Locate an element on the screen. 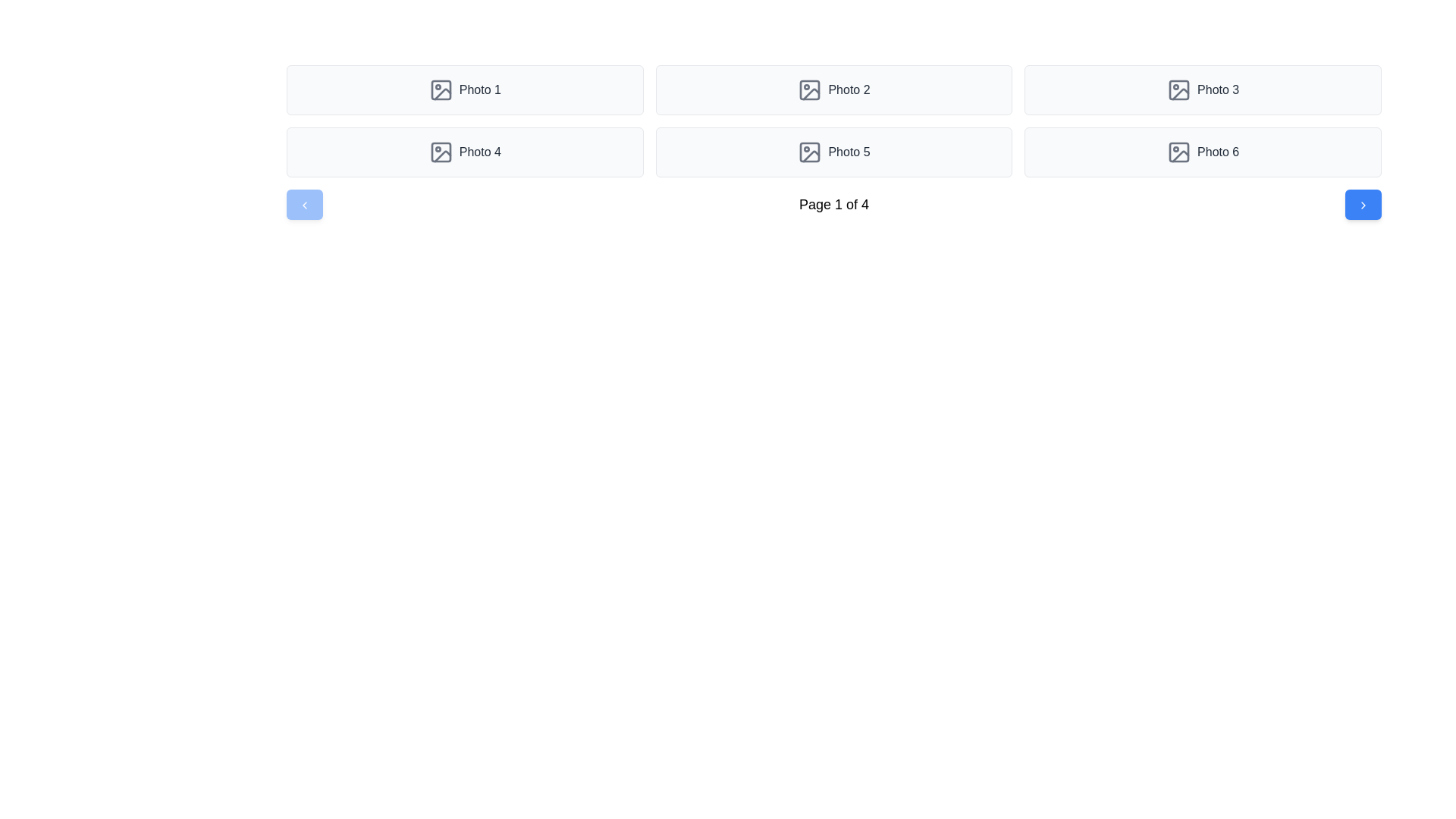  the square-shaped image icon with rounded corners, located in the last grid item labeled 'Photo 6' is located at coordinates (1178, 152).